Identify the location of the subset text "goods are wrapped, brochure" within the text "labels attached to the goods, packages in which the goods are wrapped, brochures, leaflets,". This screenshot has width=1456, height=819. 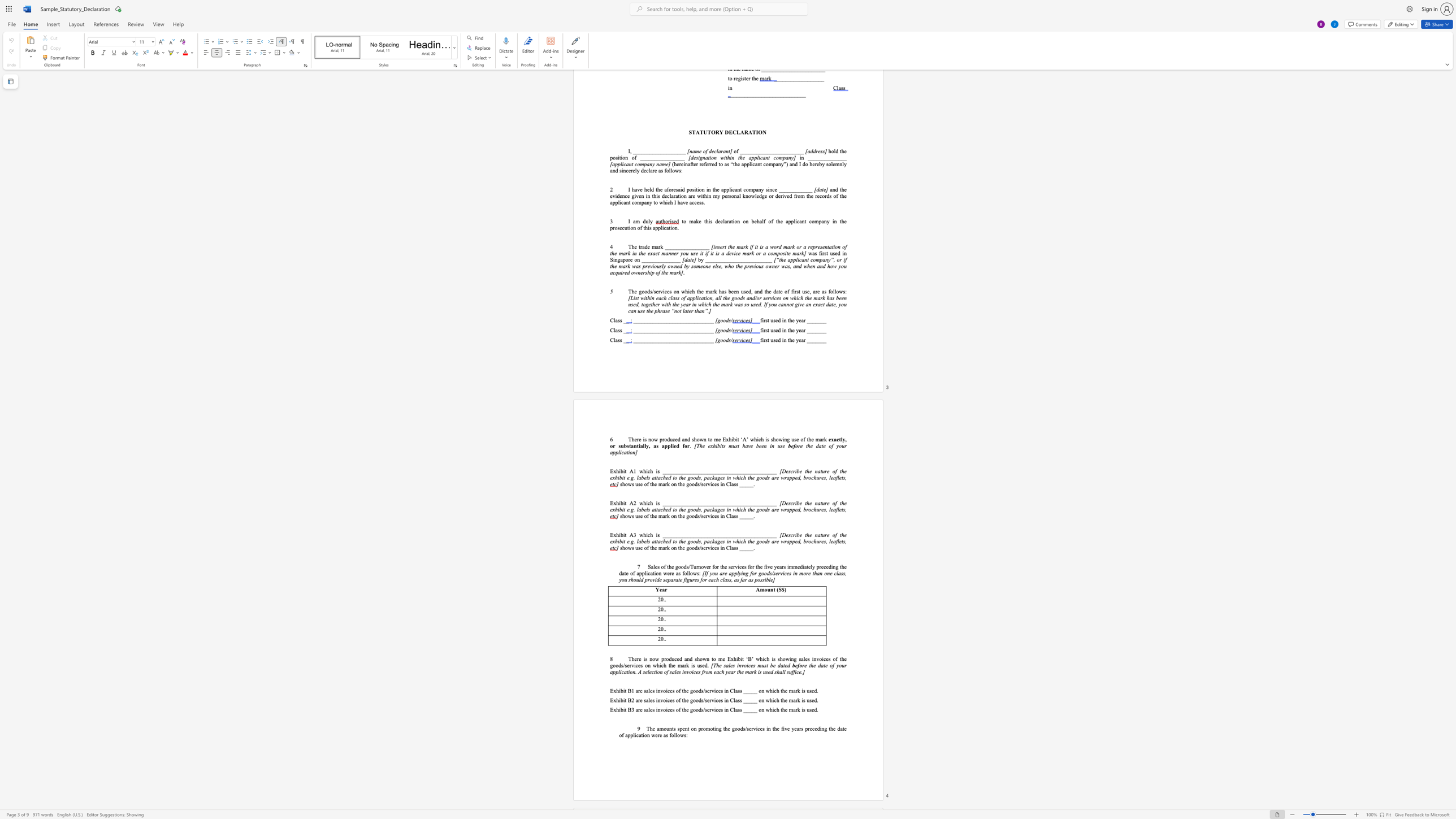
(756, 509).